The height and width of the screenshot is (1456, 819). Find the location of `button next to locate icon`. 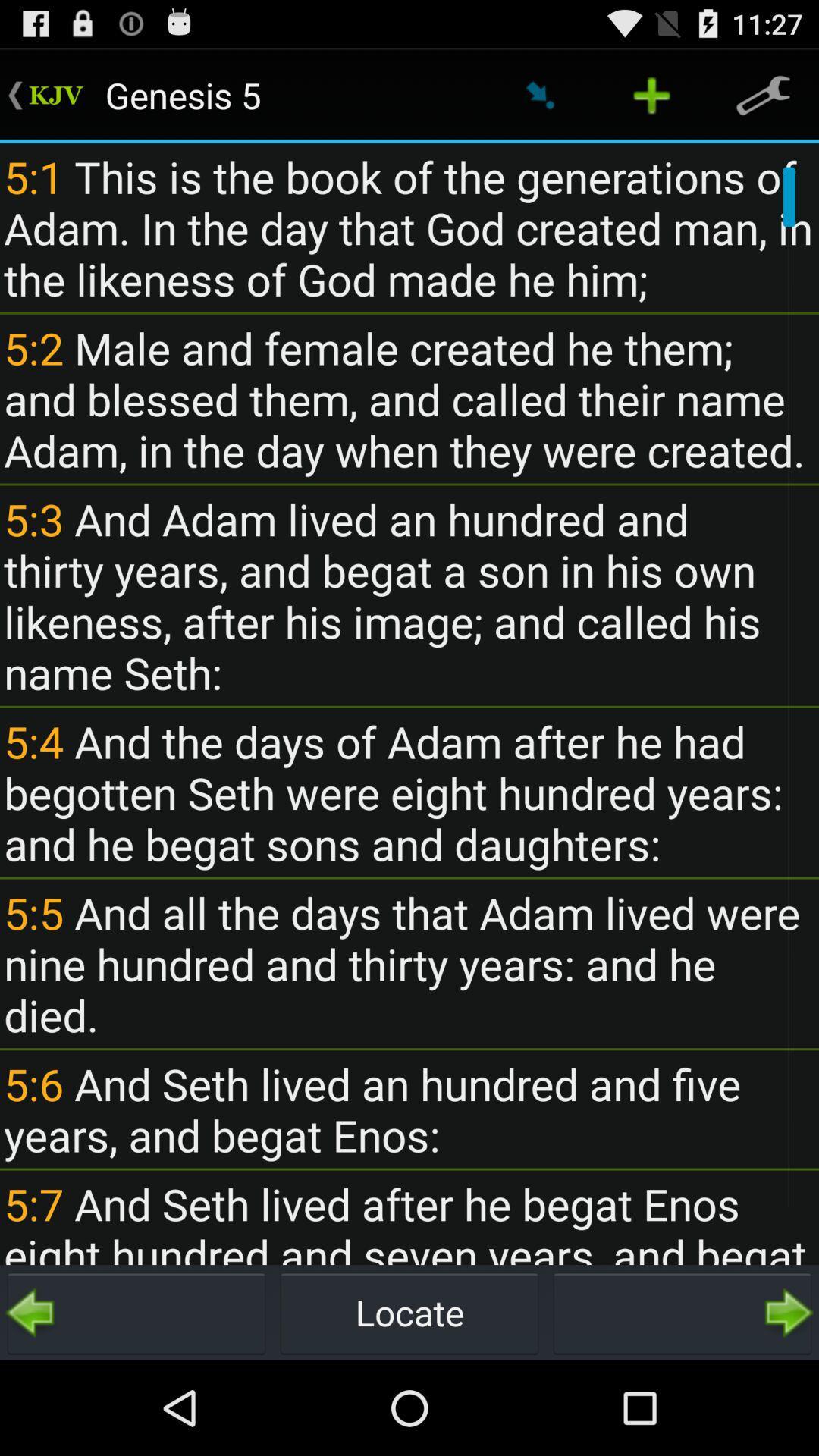

button next to locate icon is located at coordinates (681, 1312).